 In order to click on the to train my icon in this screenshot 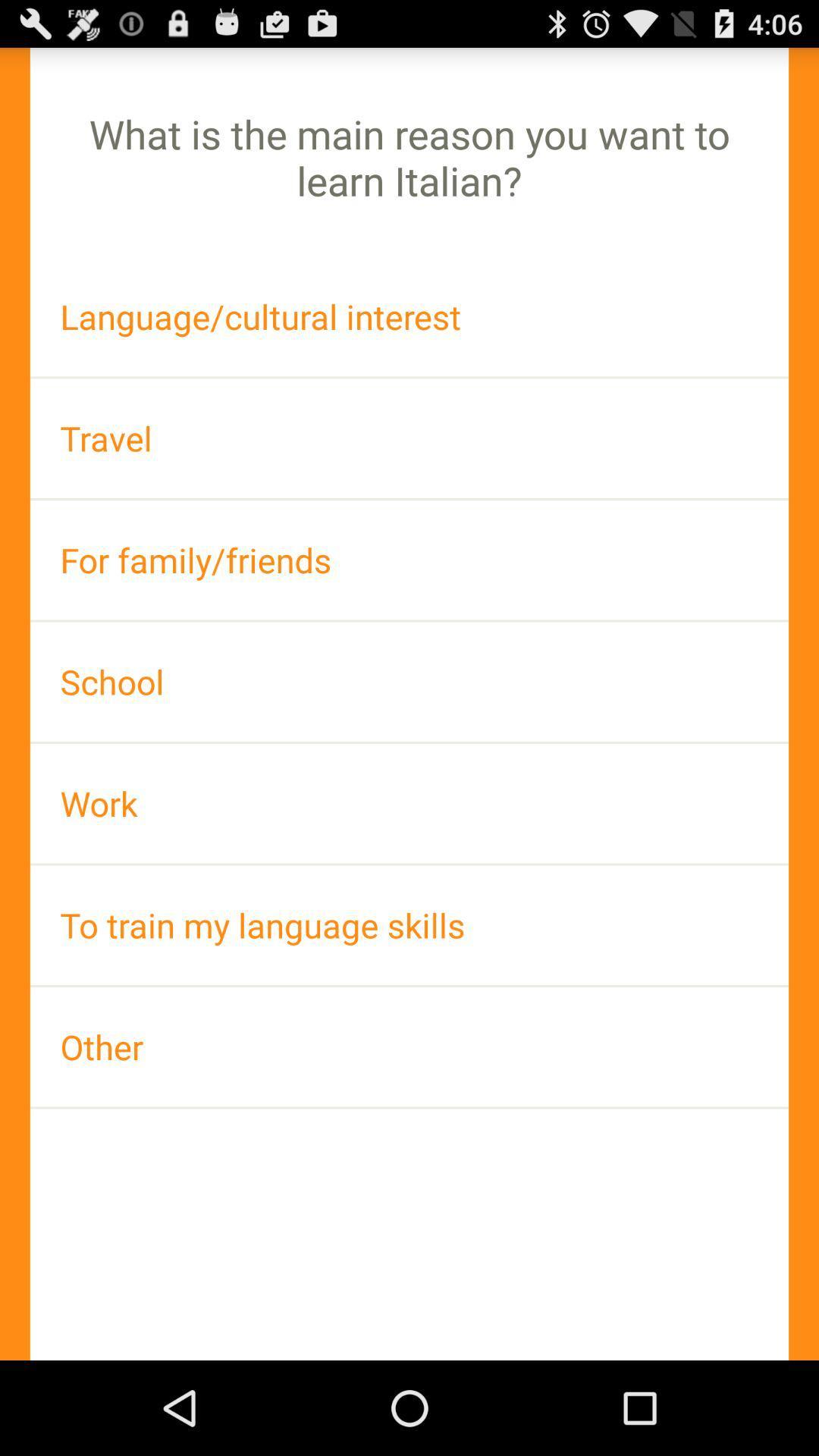, I will do `click(409, 924)`.